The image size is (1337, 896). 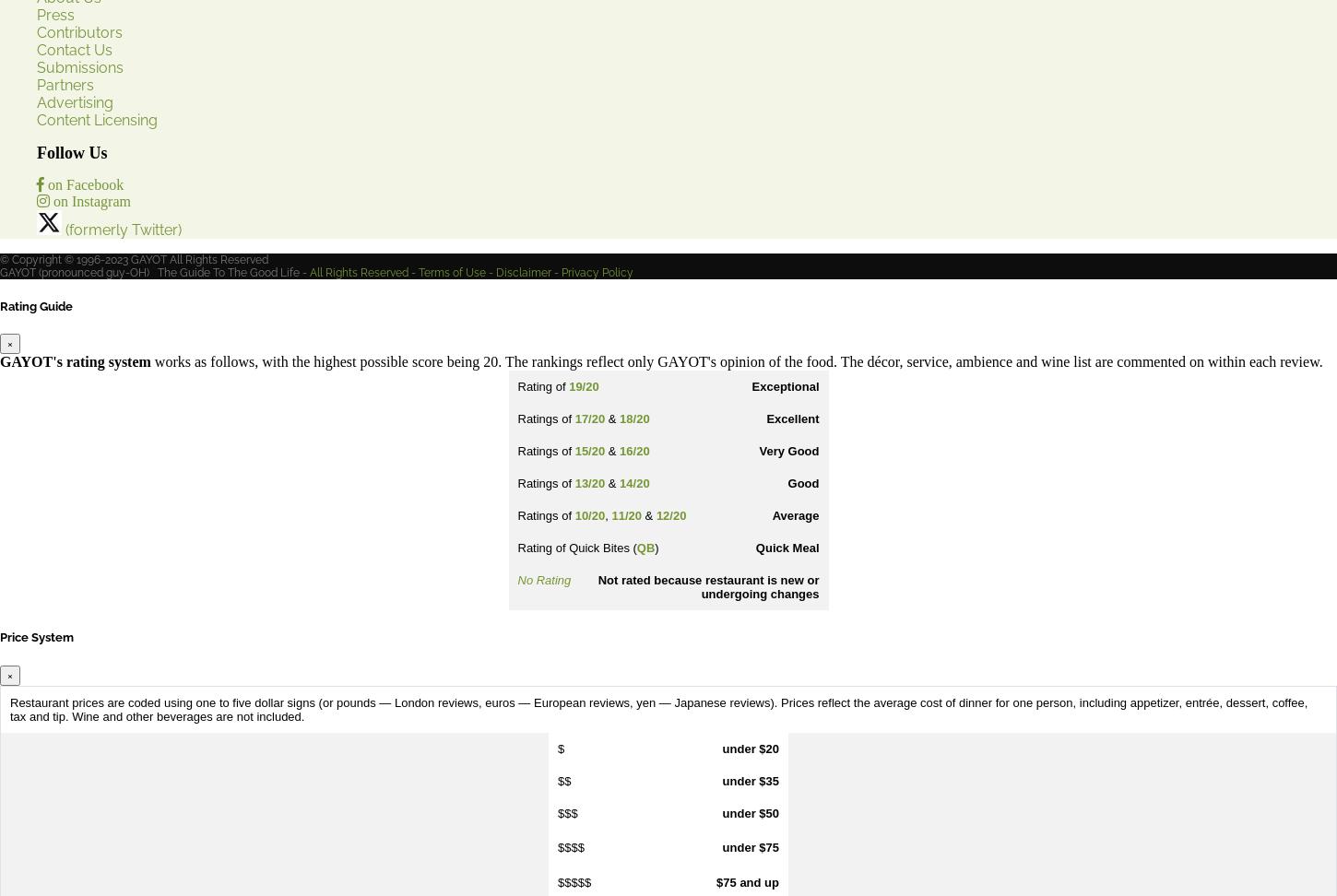 What do you see at coordinates (66, 554) in the screenshot?
I see `'YouTube'` at bounding box center [66, 554].